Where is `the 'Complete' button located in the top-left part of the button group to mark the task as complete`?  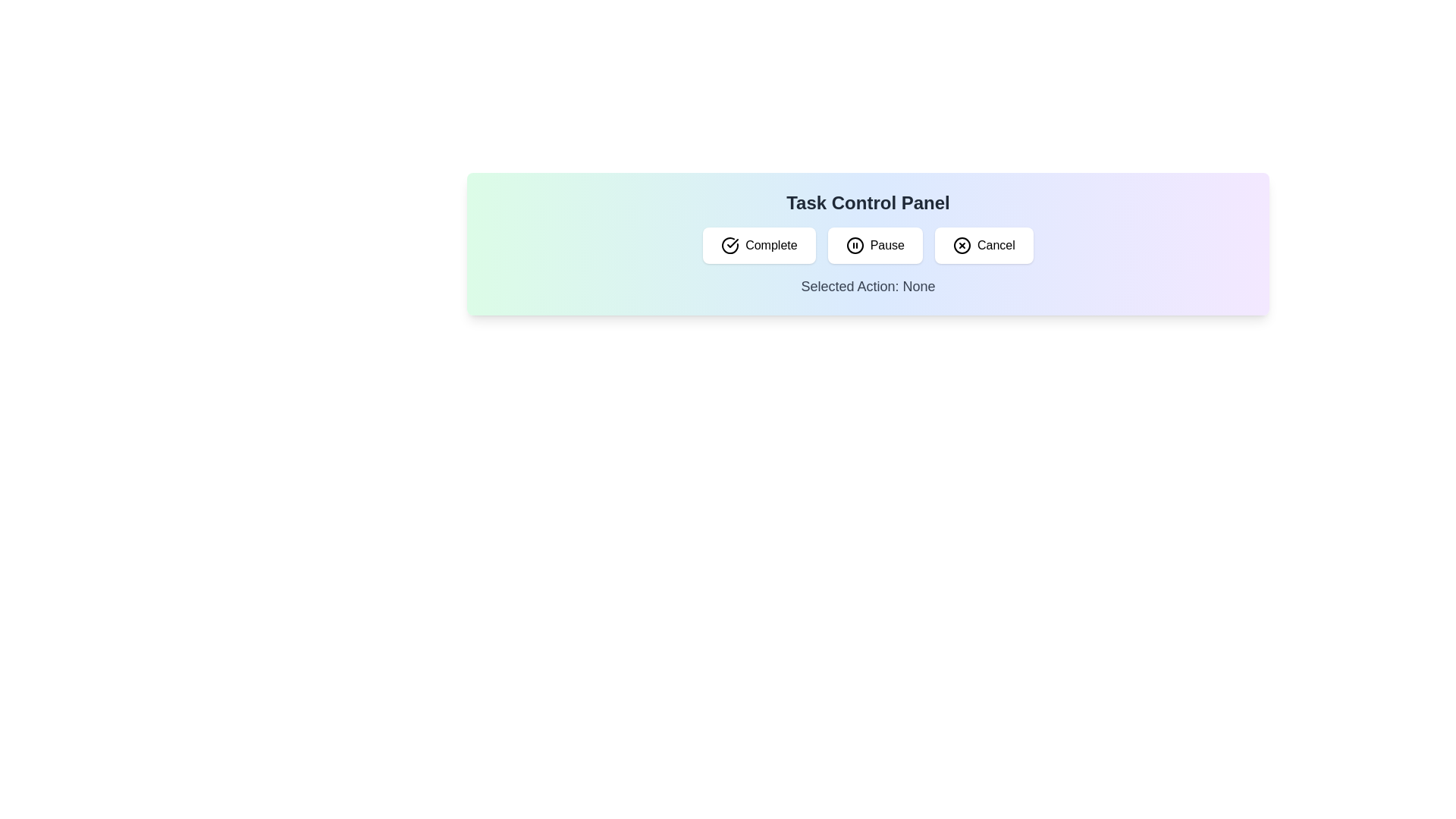
the 'Complete' button located in the top-left part of the button group to mark the task as complete is located at coordinates (759, 245).